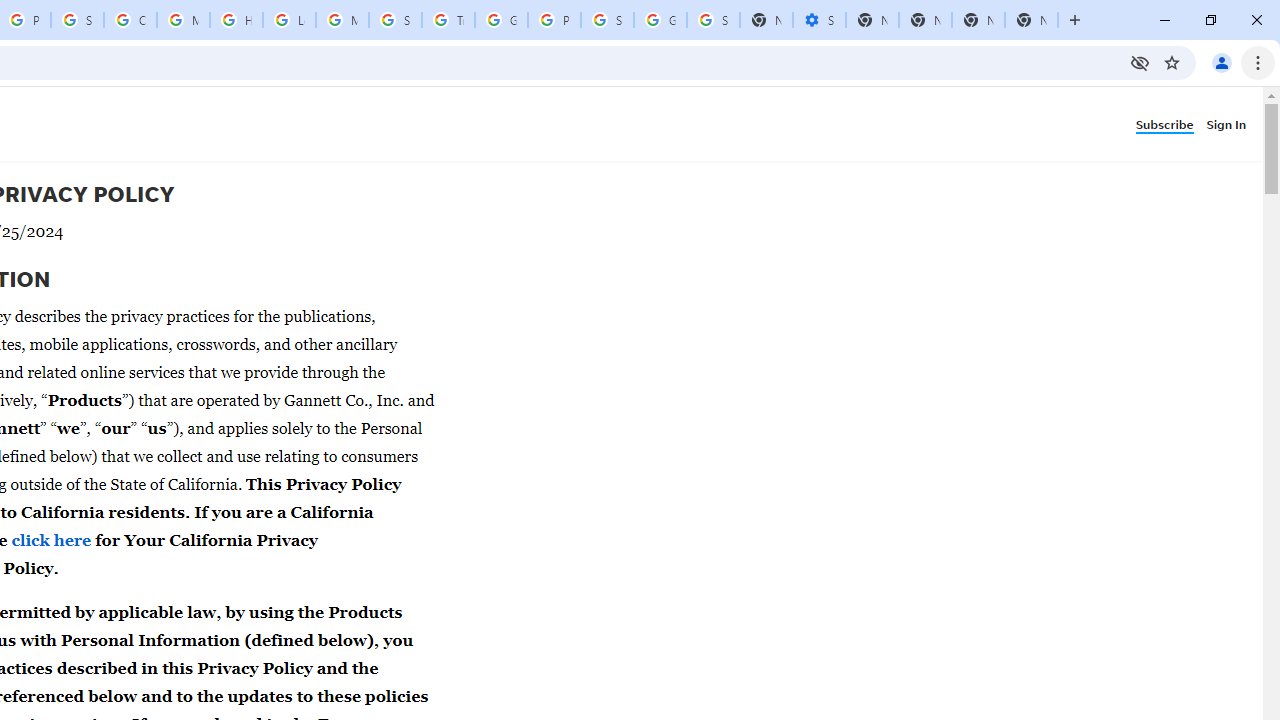  What do you see at coordinates (1031, 20) in the screenshot?
I see `'New Tab'` at bounding box center [1031, 20].